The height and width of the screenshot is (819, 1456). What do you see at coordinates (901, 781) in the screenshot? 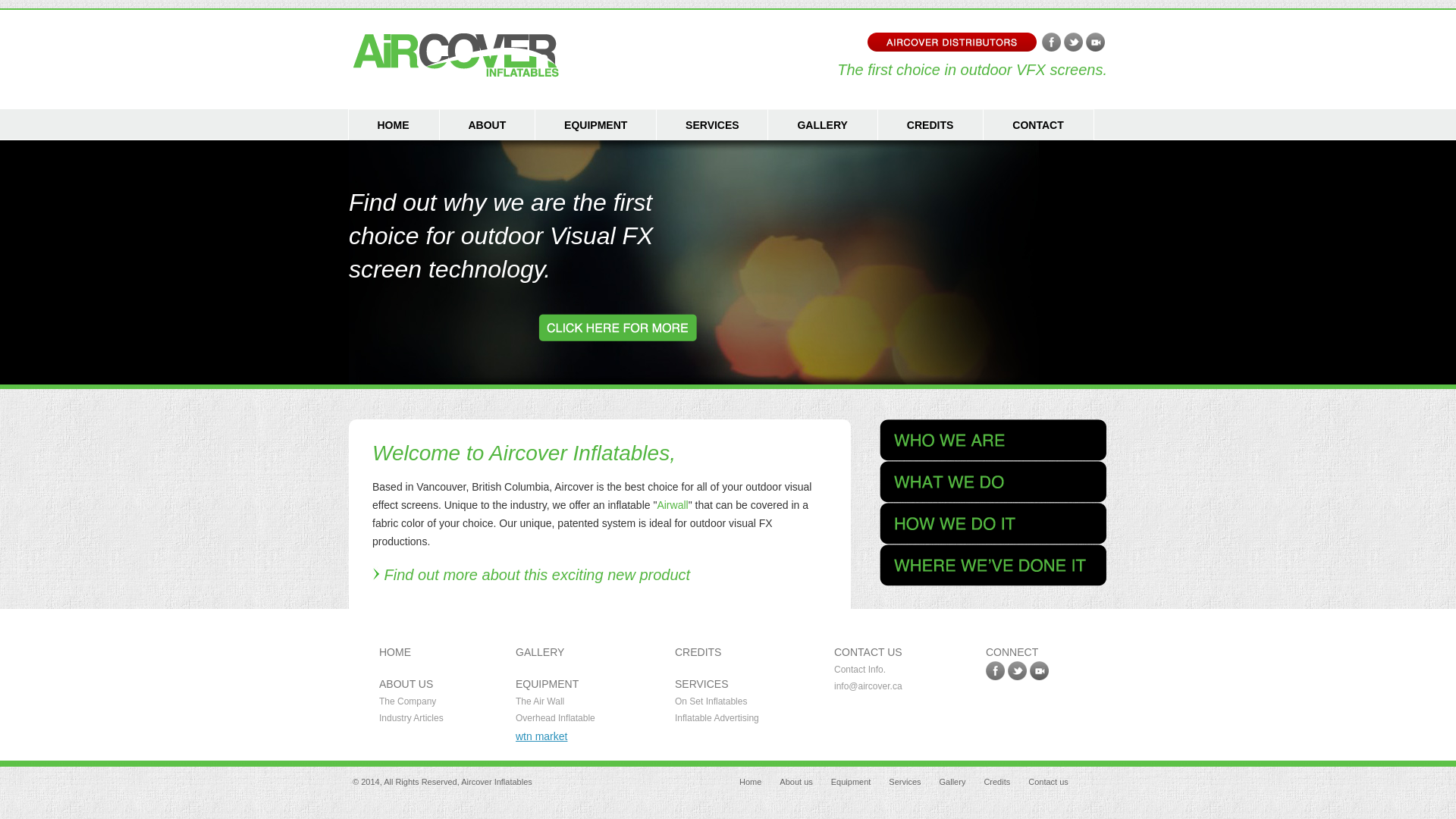
I see `'Services'` at bounding box center [901, 781].